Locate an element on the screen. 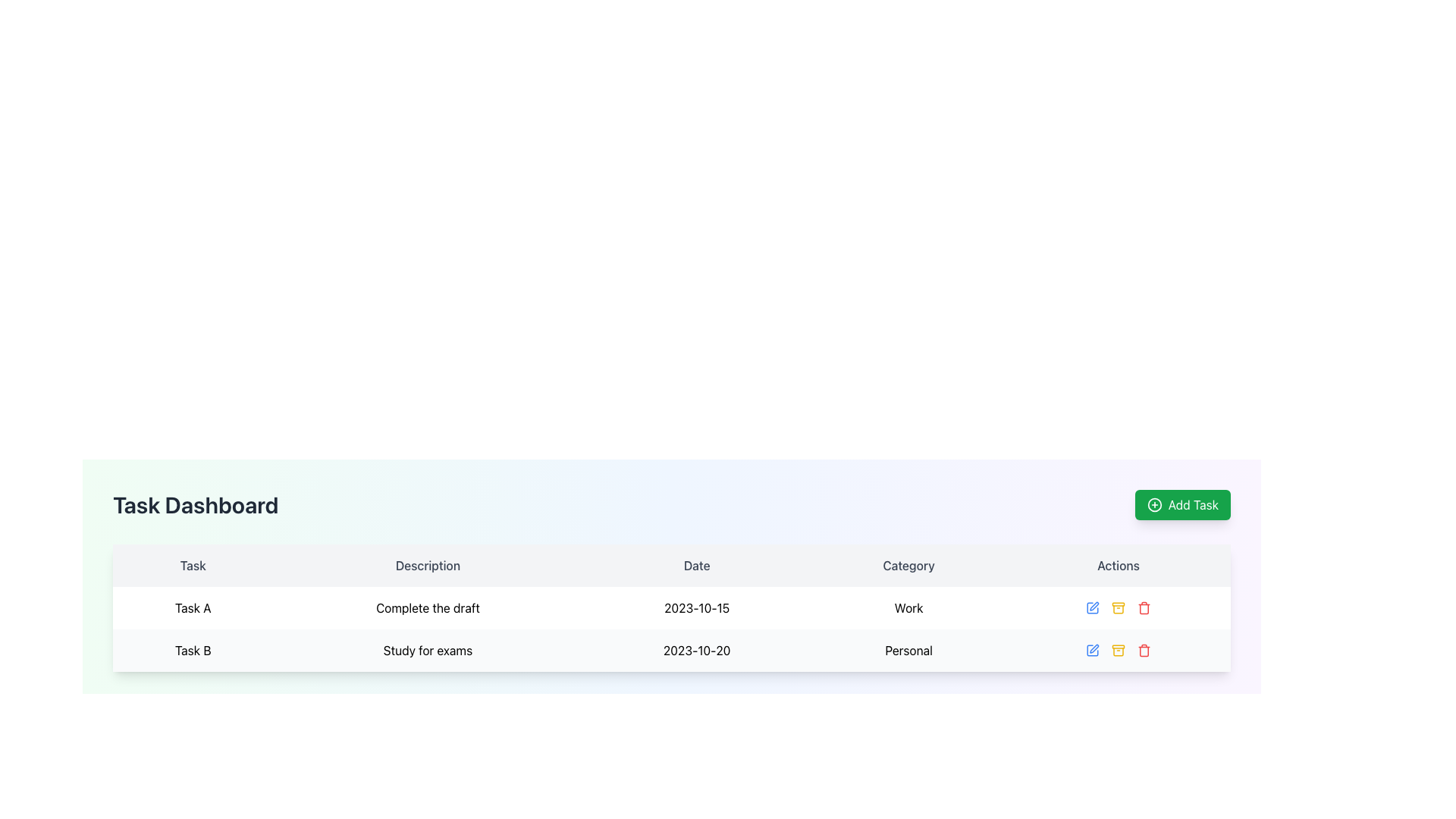  the green 'Add Task' button located at the upper right corner of the 'Task Dashboard' to observe the background color change is located at coordinates (1181, 505).